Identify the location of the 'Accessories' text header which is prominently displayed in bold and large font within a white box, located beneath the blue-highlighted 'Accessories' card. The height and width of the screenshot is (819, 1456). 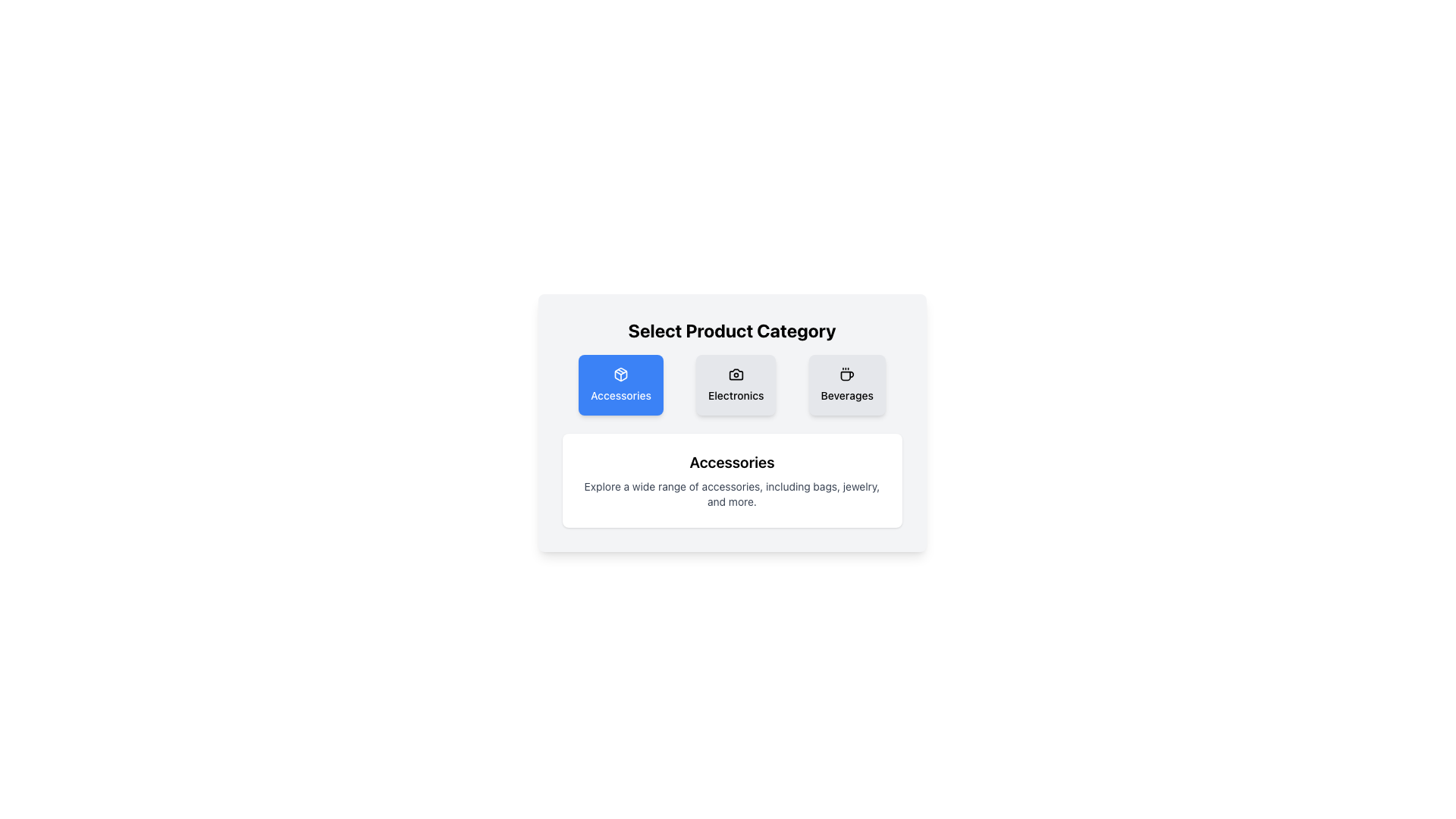
(732, 461).